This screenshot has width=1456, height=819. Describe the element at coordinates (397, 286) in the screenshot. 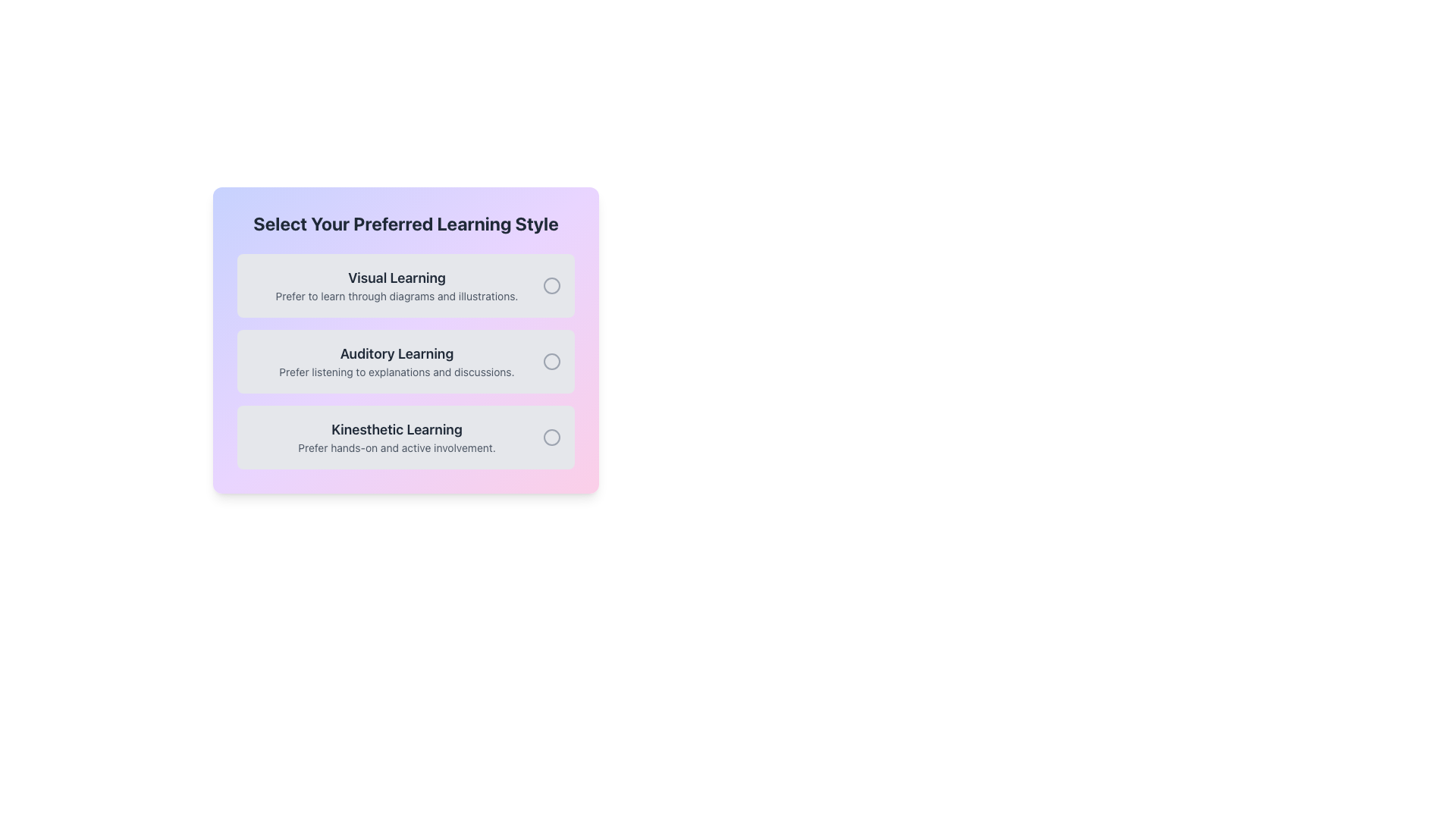

I see `the text label option for visual learning styles, located at the top of the list under 'Select Your Preferred Learning Style.'` at that location.